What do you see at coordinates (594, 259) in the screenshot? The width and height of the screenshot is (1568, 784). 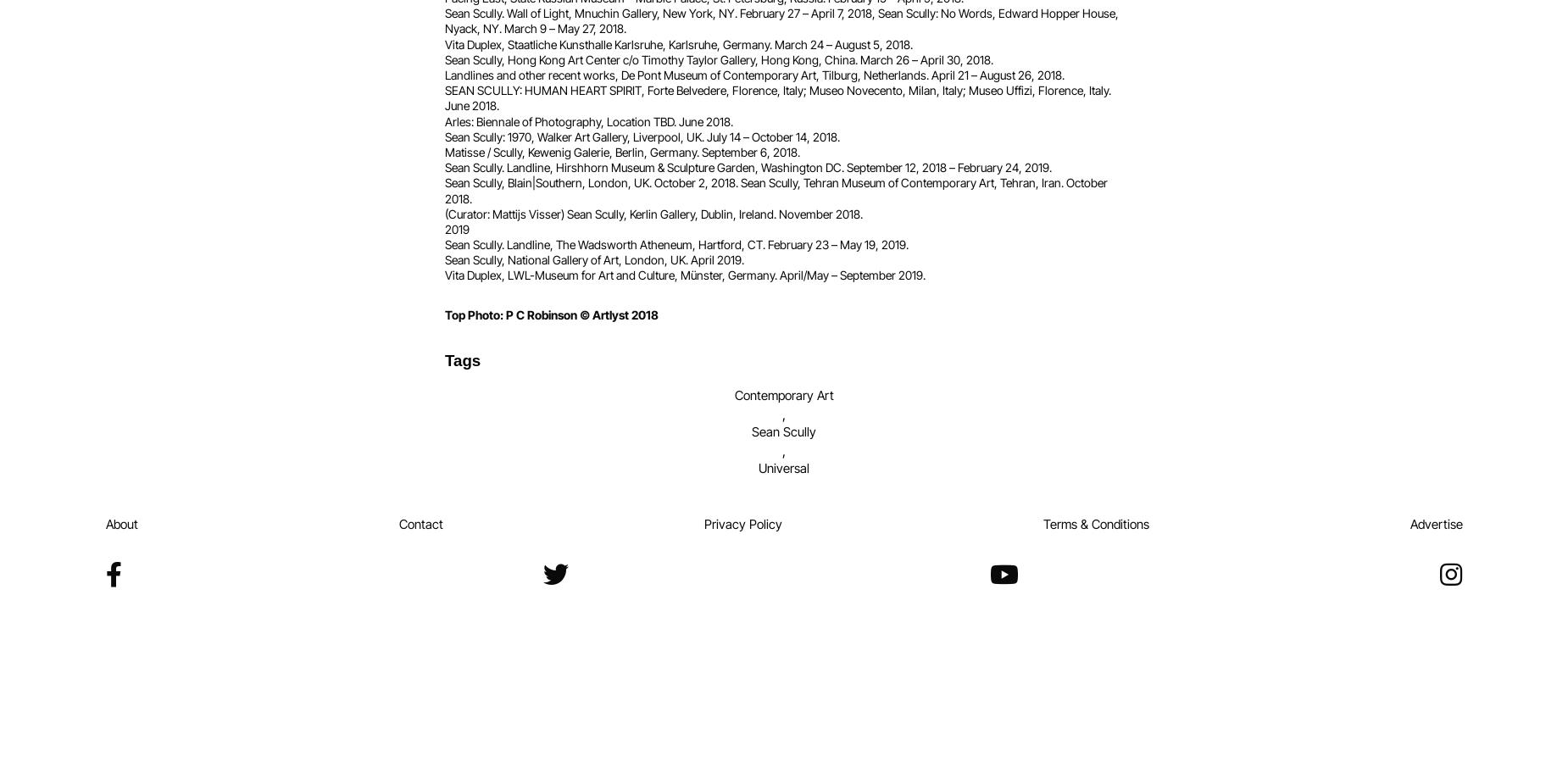 I see `'Sean Scully, National Gallery of Art, London, UK. April 2019.'` at bounding box center [594, 259].